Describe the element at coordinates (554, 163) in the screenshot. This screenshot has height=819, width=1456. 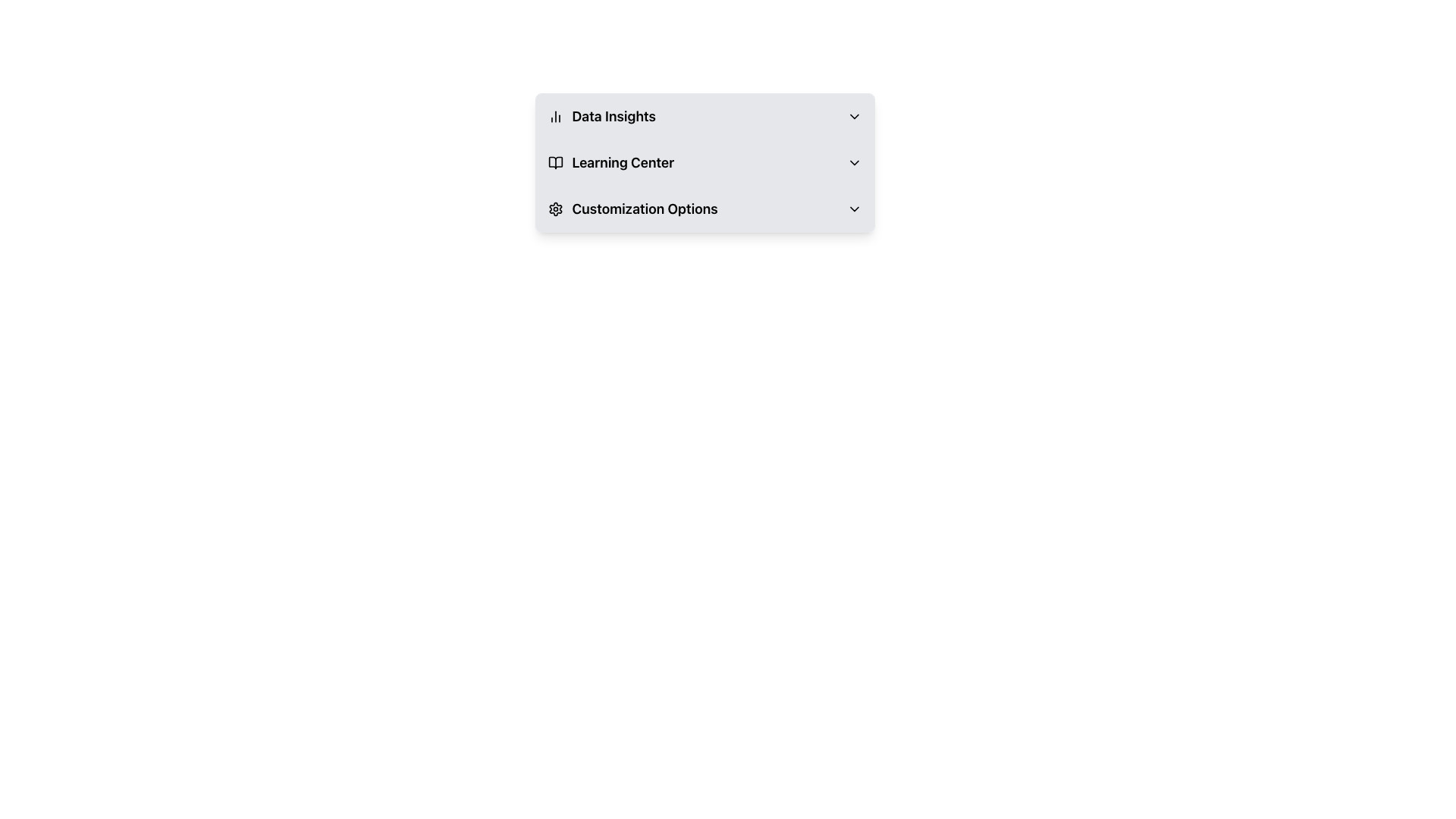
I see `the 'Learning Center' icon, which is the first item in the group to the left of the text 'Learning Center' in the dropdown menu` at that location.